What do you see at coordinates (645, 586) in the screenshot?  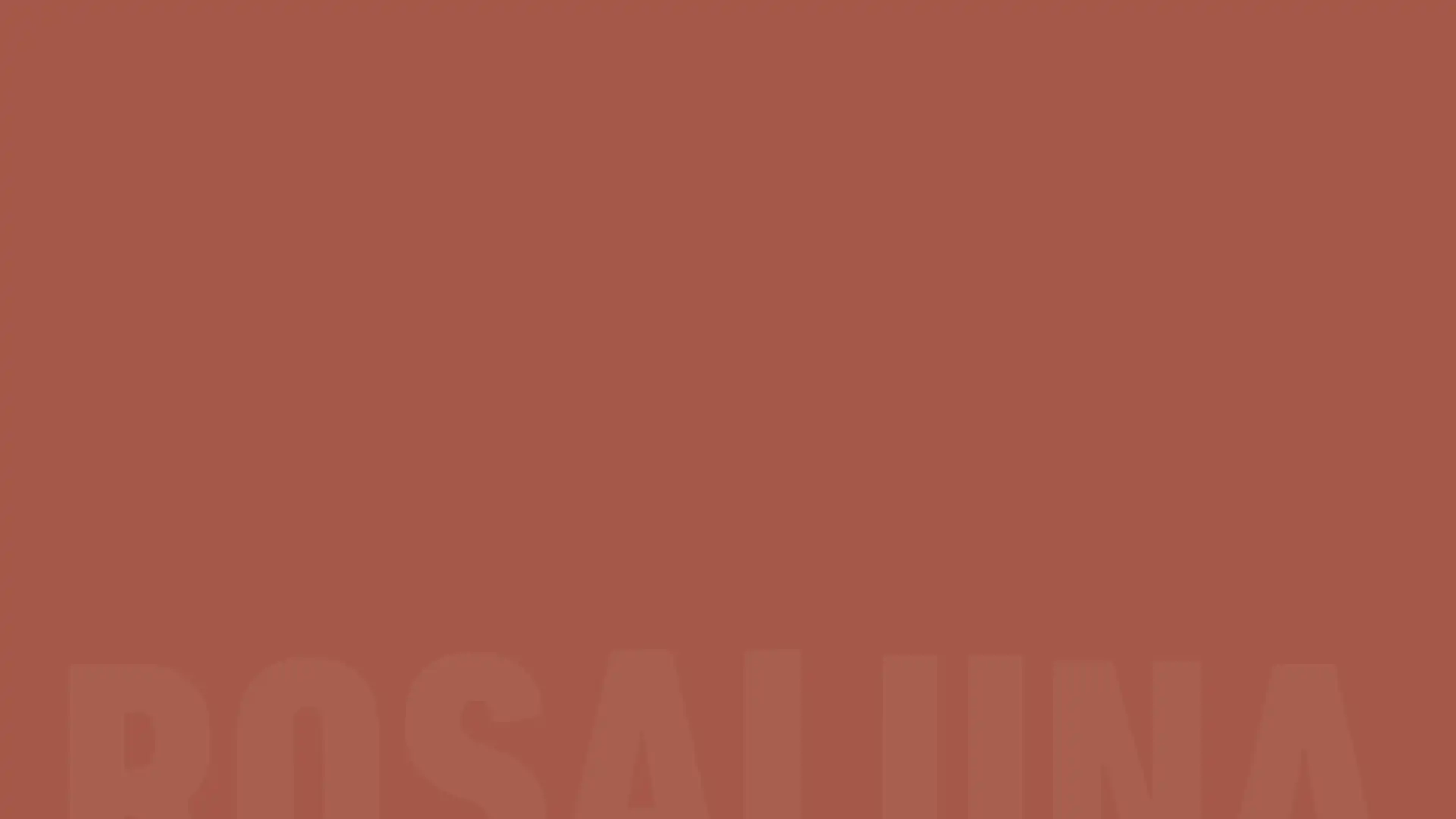 I see `Yes` at bounding box center [645, 586].